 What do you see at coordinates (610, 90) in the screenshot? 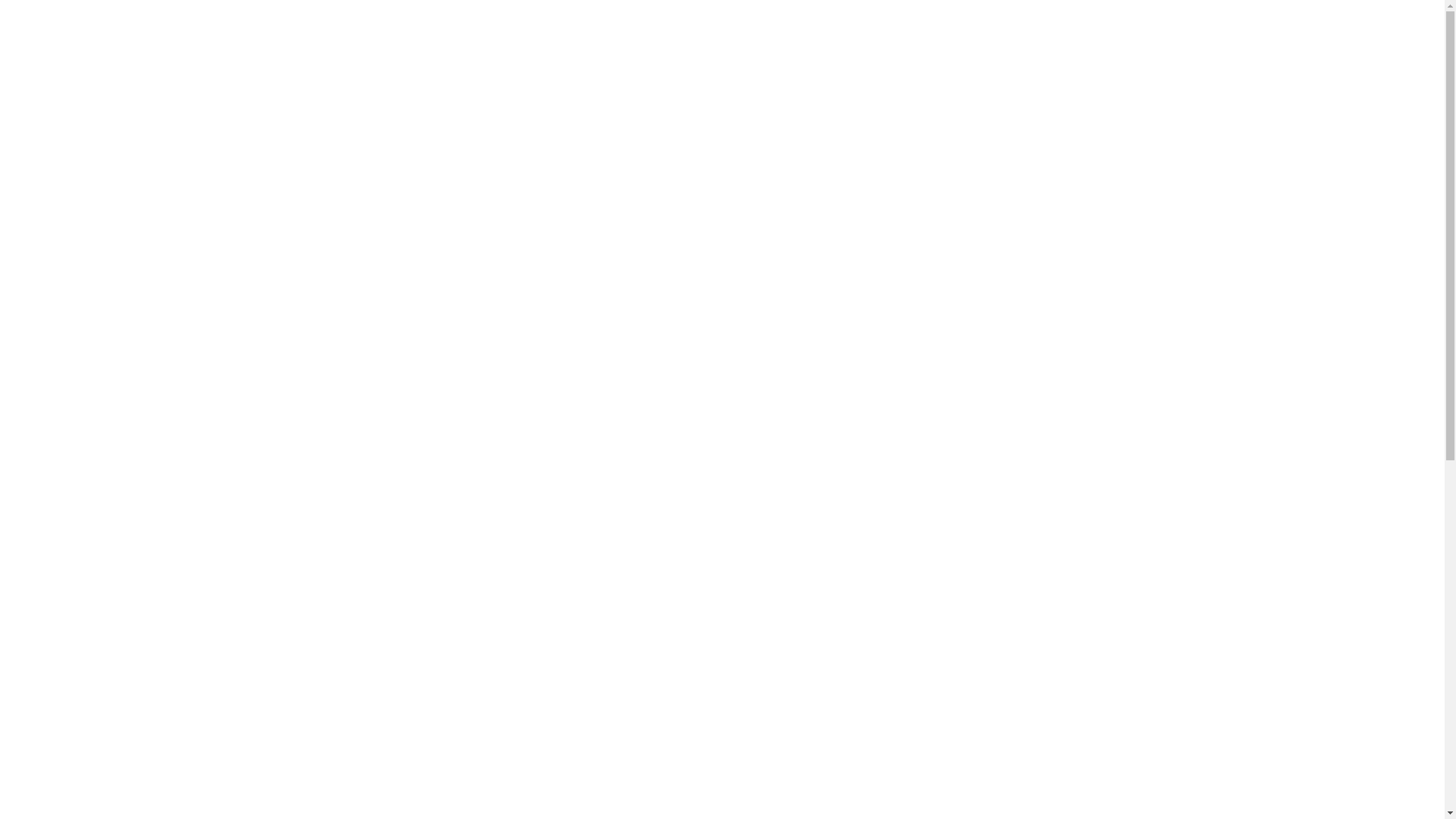
I see `'MENU'` at bounding box center [610, 90].